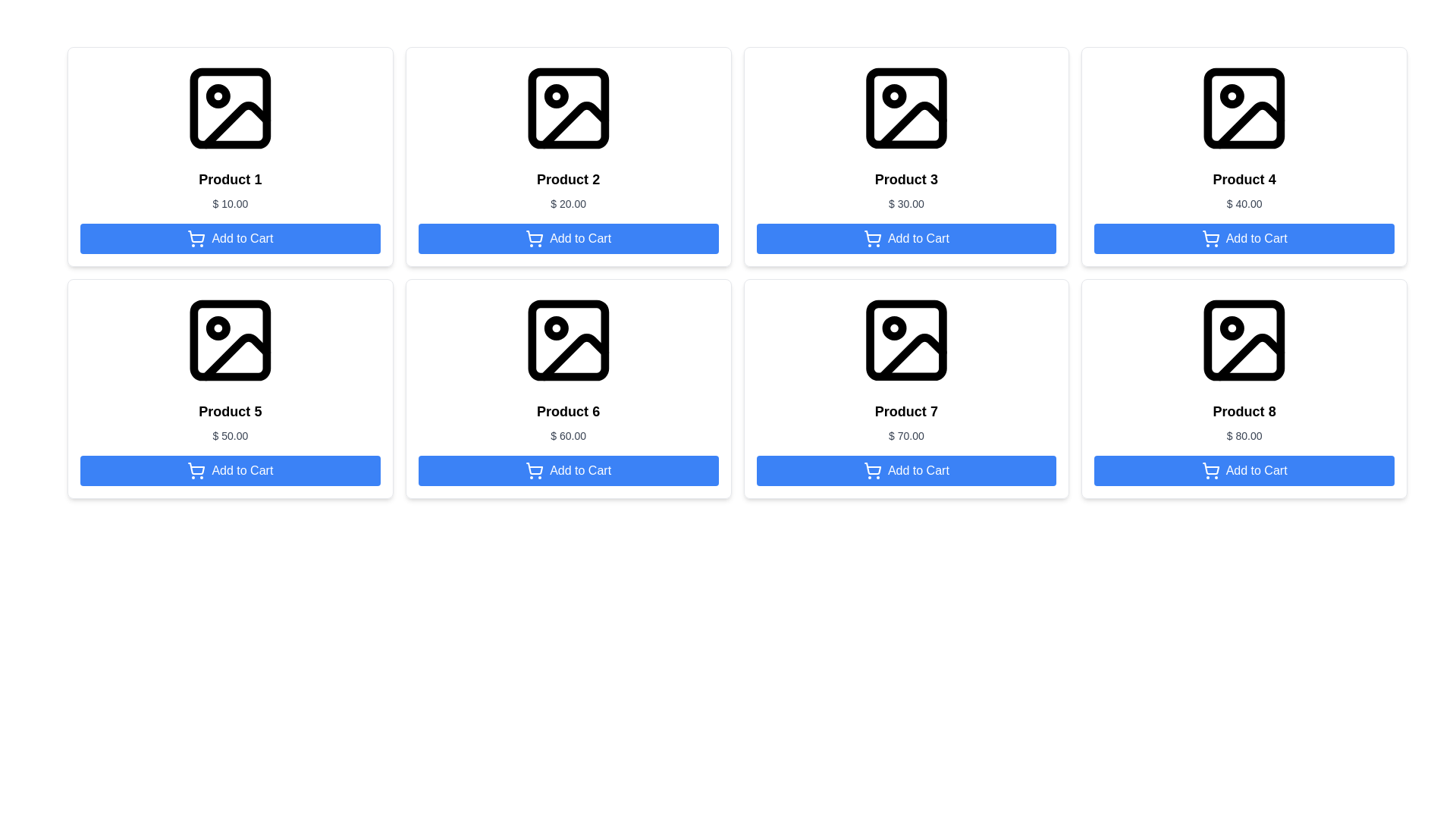  What do you see at coordinates (235, 357) in the screenshot?
I see `the iconographic decorative element in the product card for 'Product 5' located in the second row, first column of the grid layout` at bounding box center [235, 357].